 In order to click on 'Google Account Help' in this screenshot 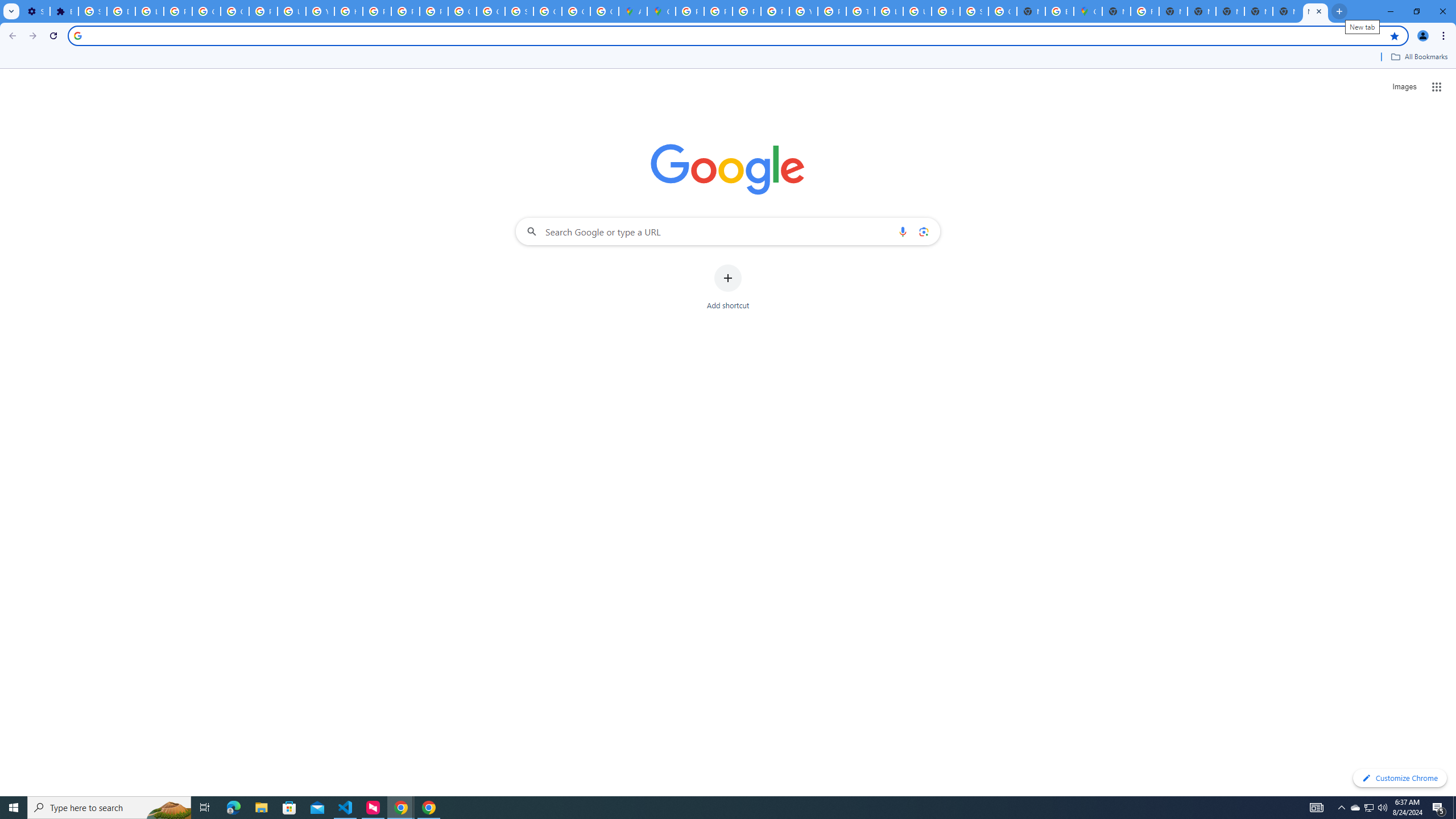, I will do `click(206, 11)`.